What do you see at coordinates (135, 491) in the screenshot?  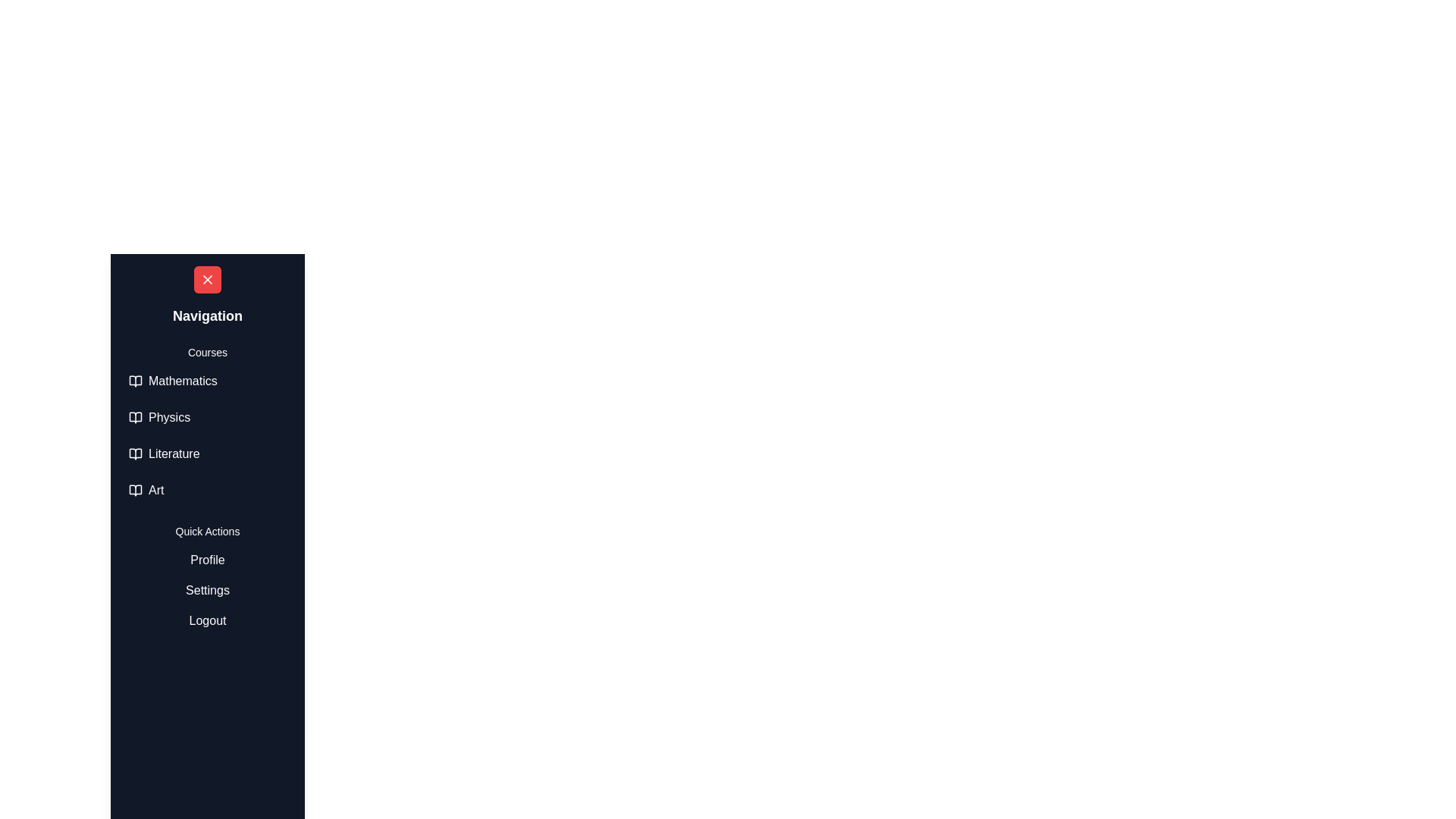 I see `the 'Art' icon located in the fourth position under the 'Courses' section of the sidebar` at bounding box center [135, 491].